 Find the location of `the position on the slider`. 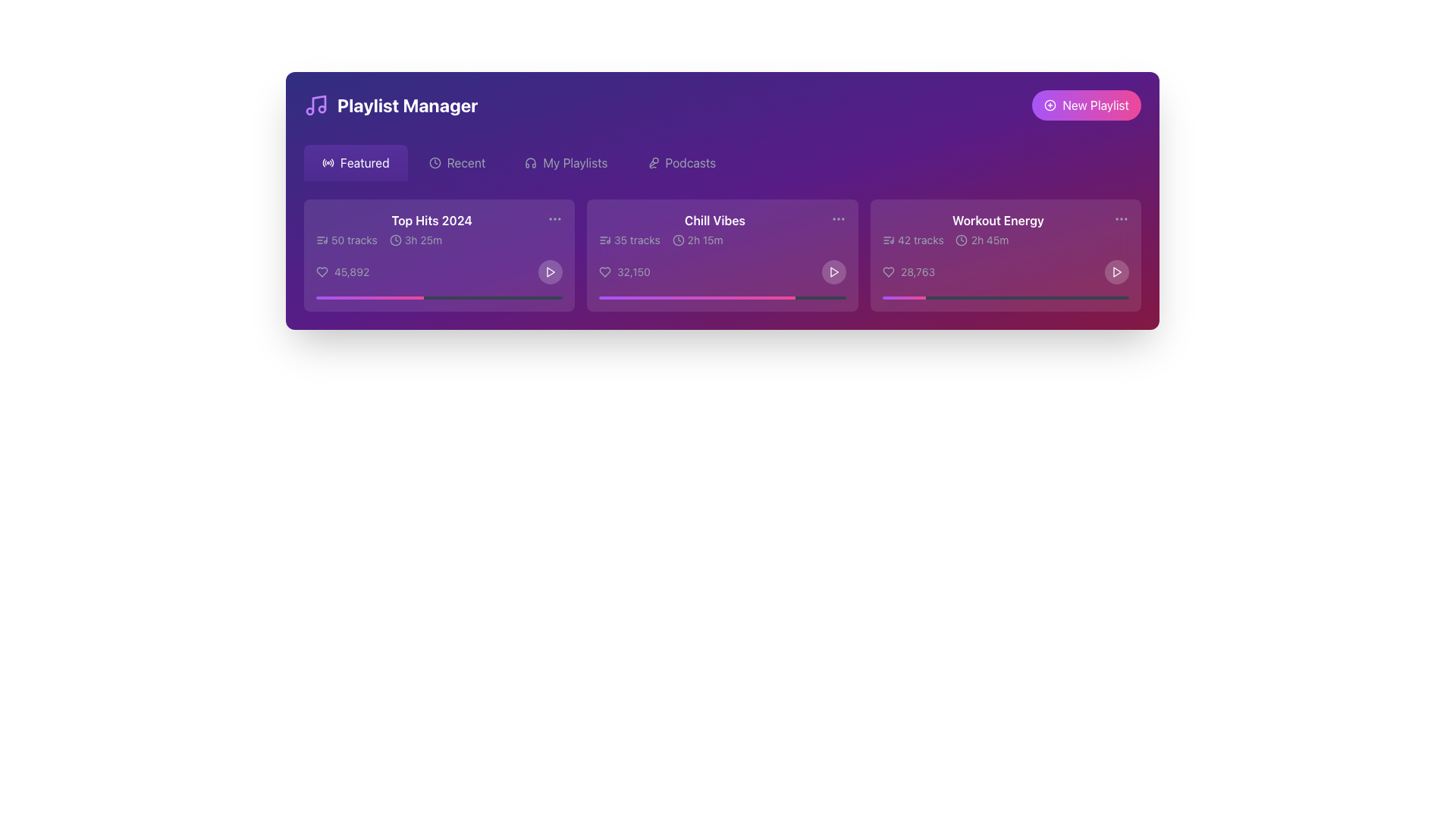

the position on the slider is located at coordinates (720, 298).